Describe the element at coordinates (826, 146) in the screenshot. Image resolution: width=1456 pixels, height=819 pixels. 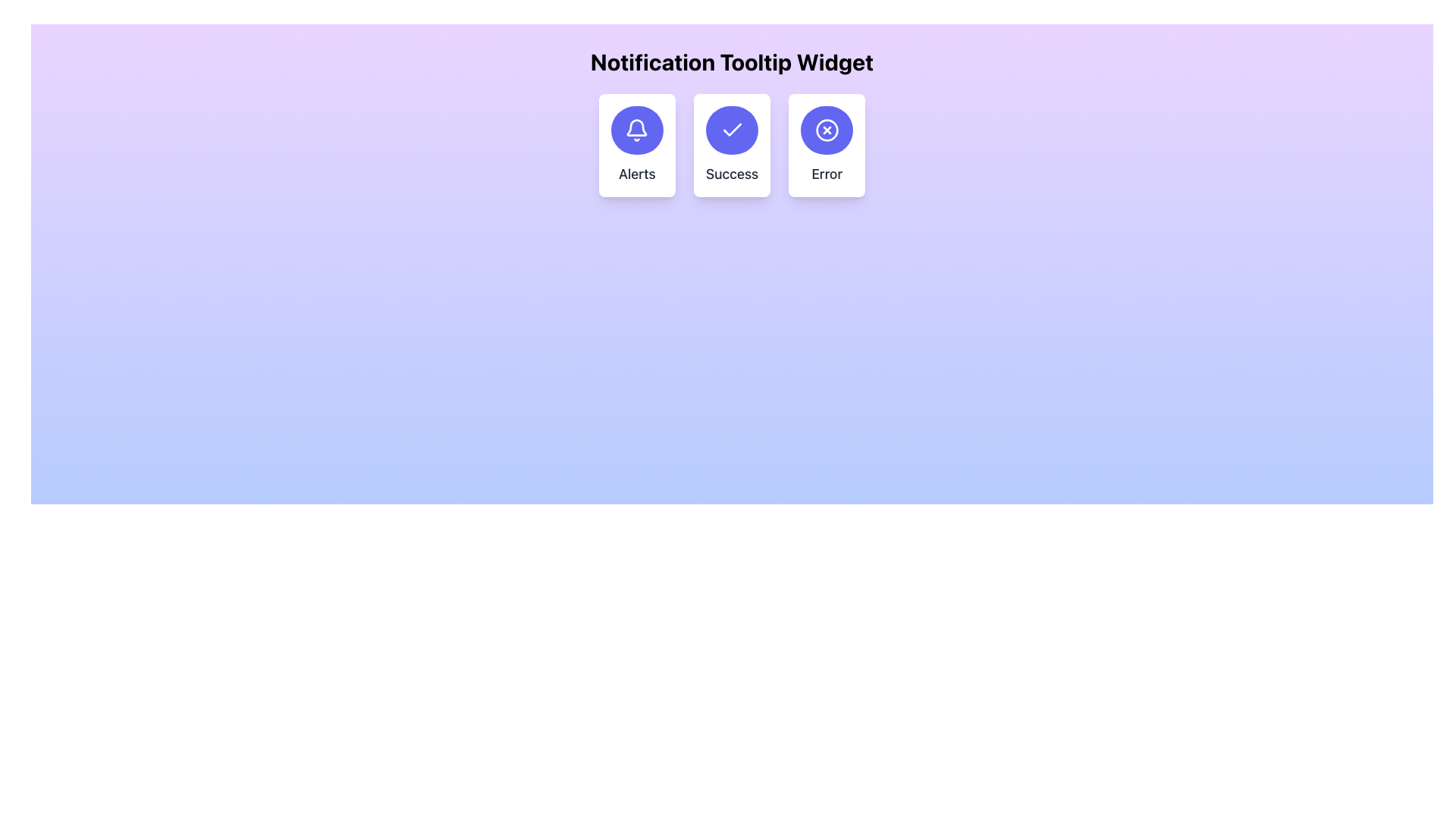
I see `the Card UI component with an indigo circular icon and the label 'Error', which is the rightmost element in a horizontal set of three cards` at that location.